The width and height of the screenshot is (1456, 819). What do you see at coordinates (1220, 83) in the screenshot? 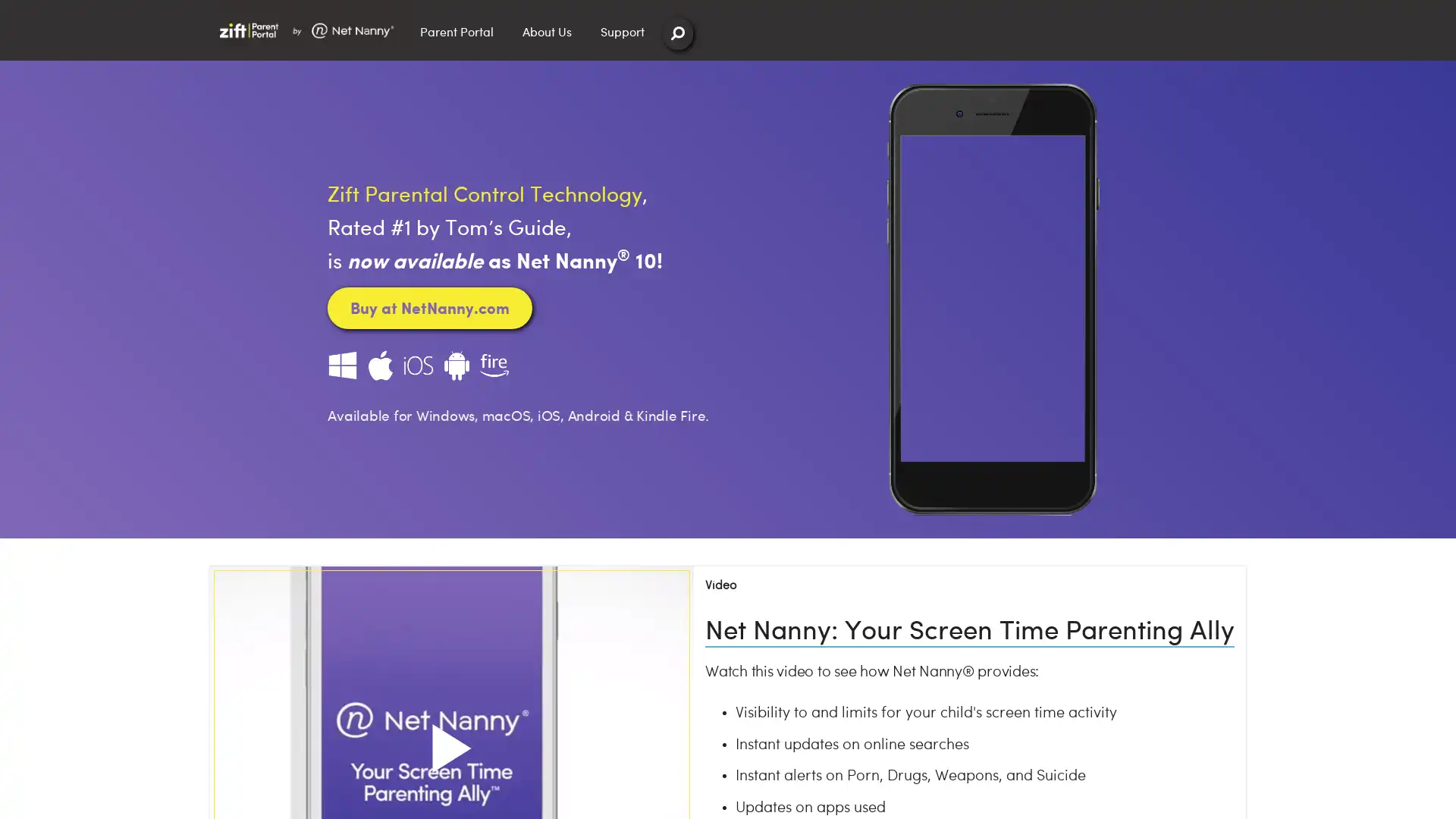
I see `Close Search` at bounding box center [1220, 83].